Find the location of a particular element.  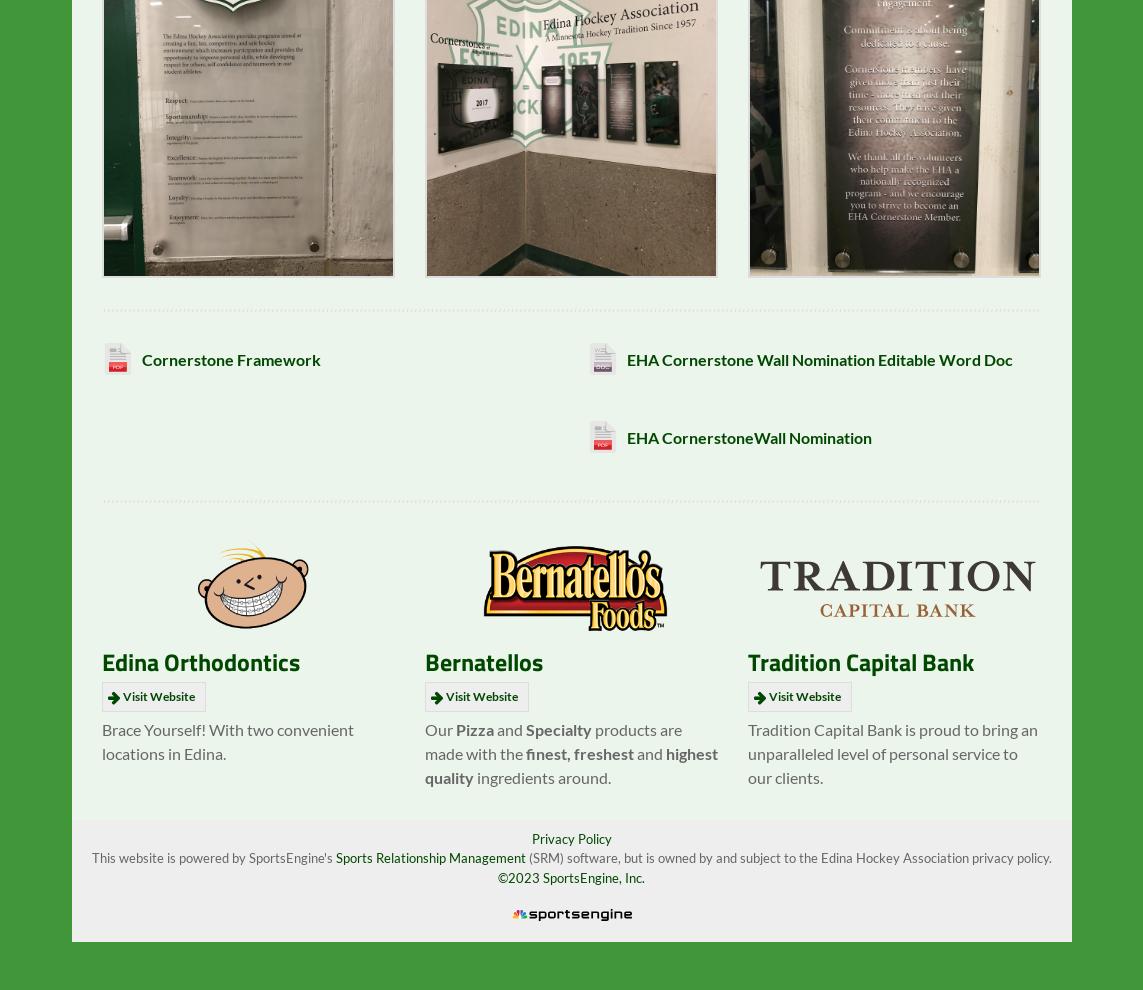

'©2023 SportsEngine, Inc.' is located at coordinates (571, 891).